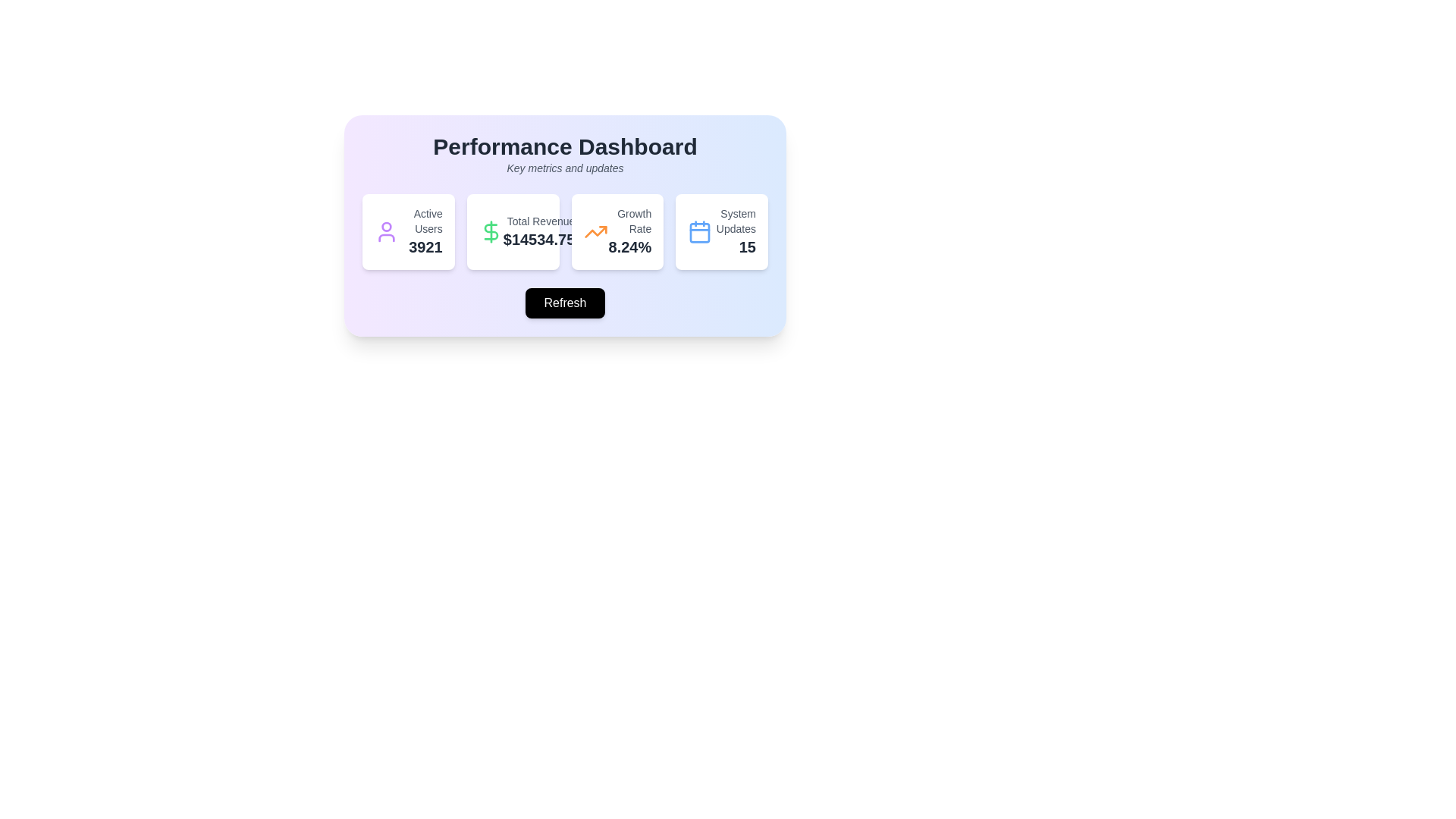  I want to click on the monetary value display showing '$14534.75' within the 'Total Revenue' section of the dashboard, so click(538, 239).